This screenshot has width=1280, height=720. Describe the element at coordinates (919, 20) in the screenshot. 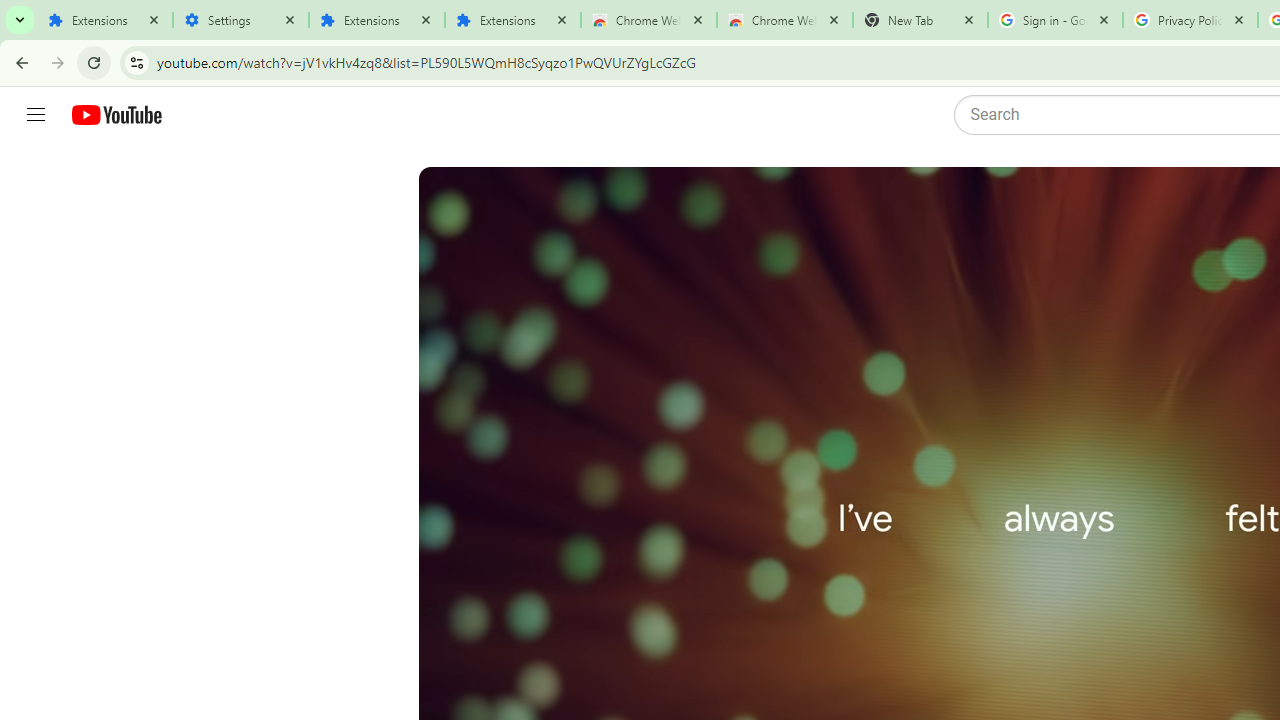

I see `'New Tab'` at that location.